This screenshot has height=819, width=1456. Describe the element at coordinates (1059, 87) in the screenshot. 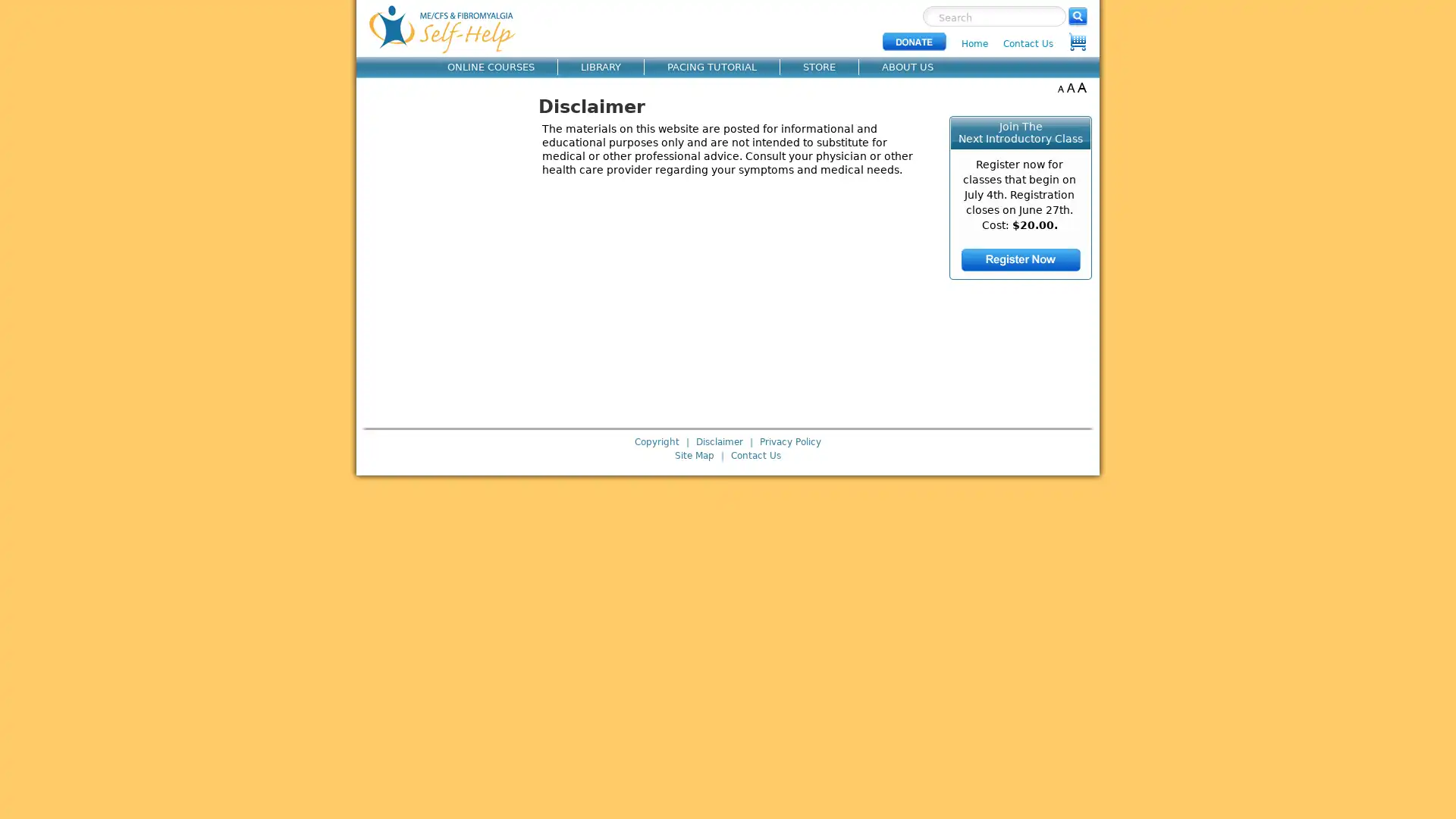

I see `A` at that location.